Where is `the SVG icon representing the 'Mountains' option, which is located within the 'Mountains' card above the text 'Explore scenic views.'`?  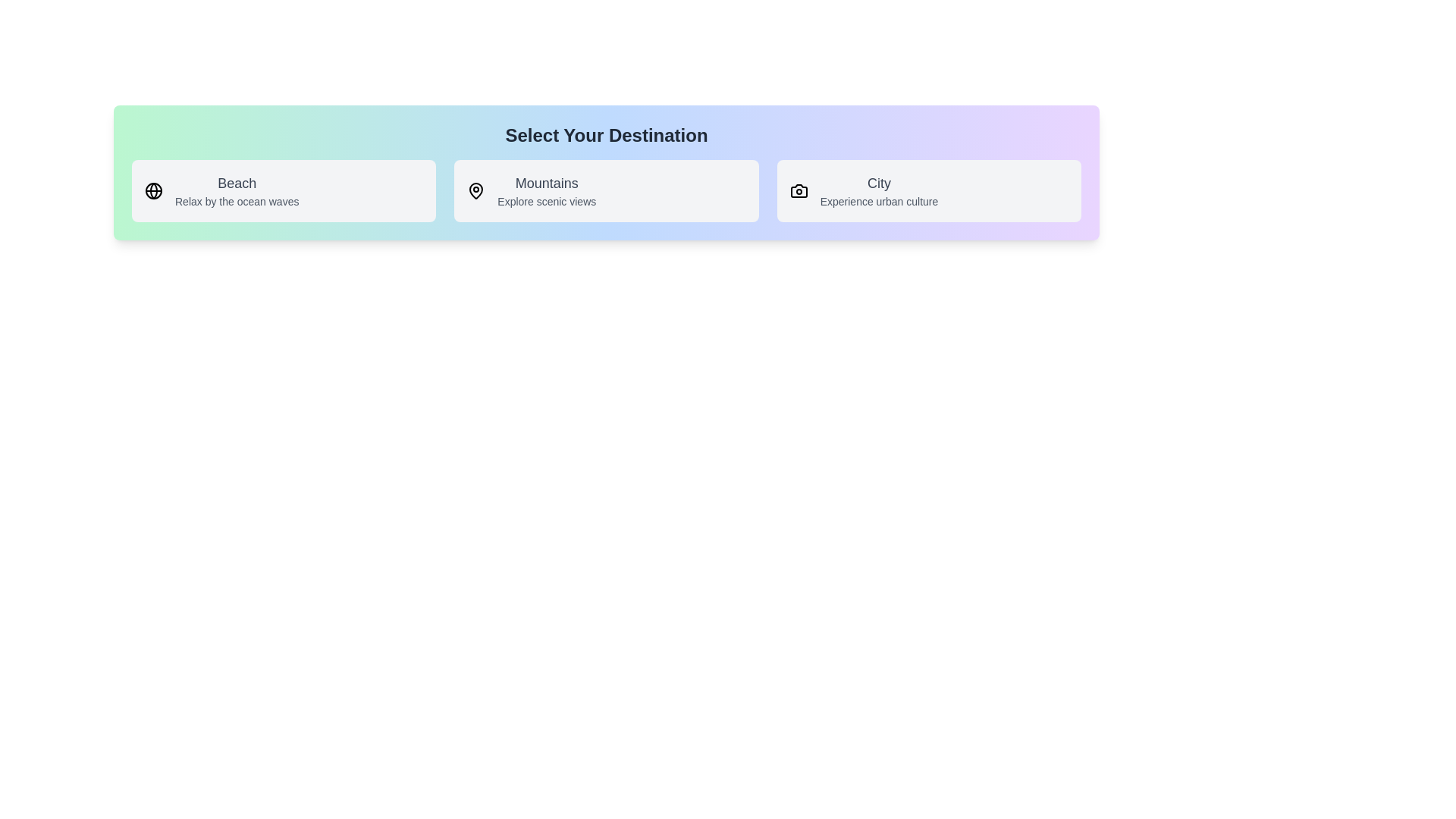 the SVG icon representing the 'Mountains' option, which is located within the 'Mountains' card above the text 'Explore scenic views.' is located at coordinates (475, 190).